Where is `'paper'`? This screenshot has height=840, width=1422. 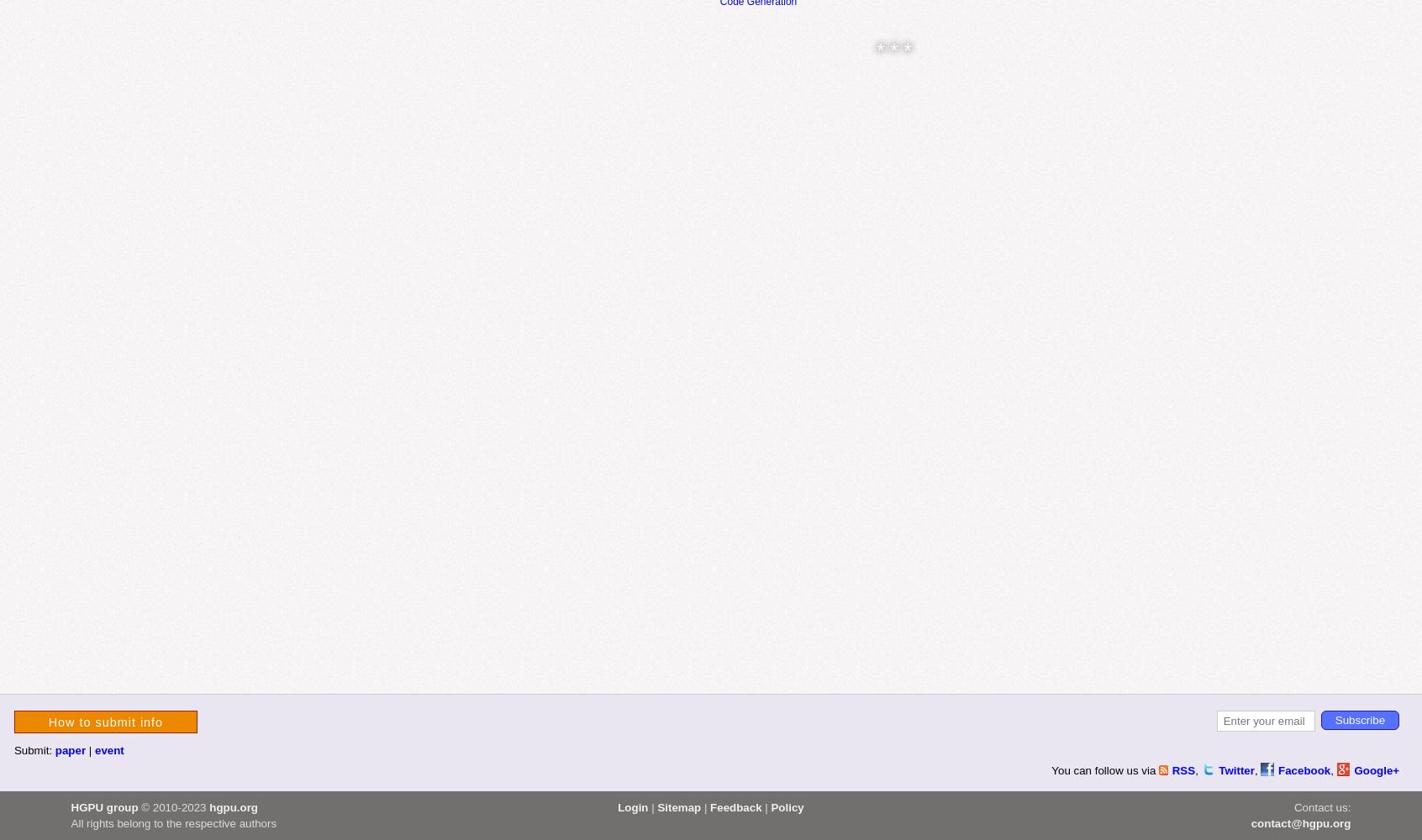
'paper' is located at coordinates (70, 749).